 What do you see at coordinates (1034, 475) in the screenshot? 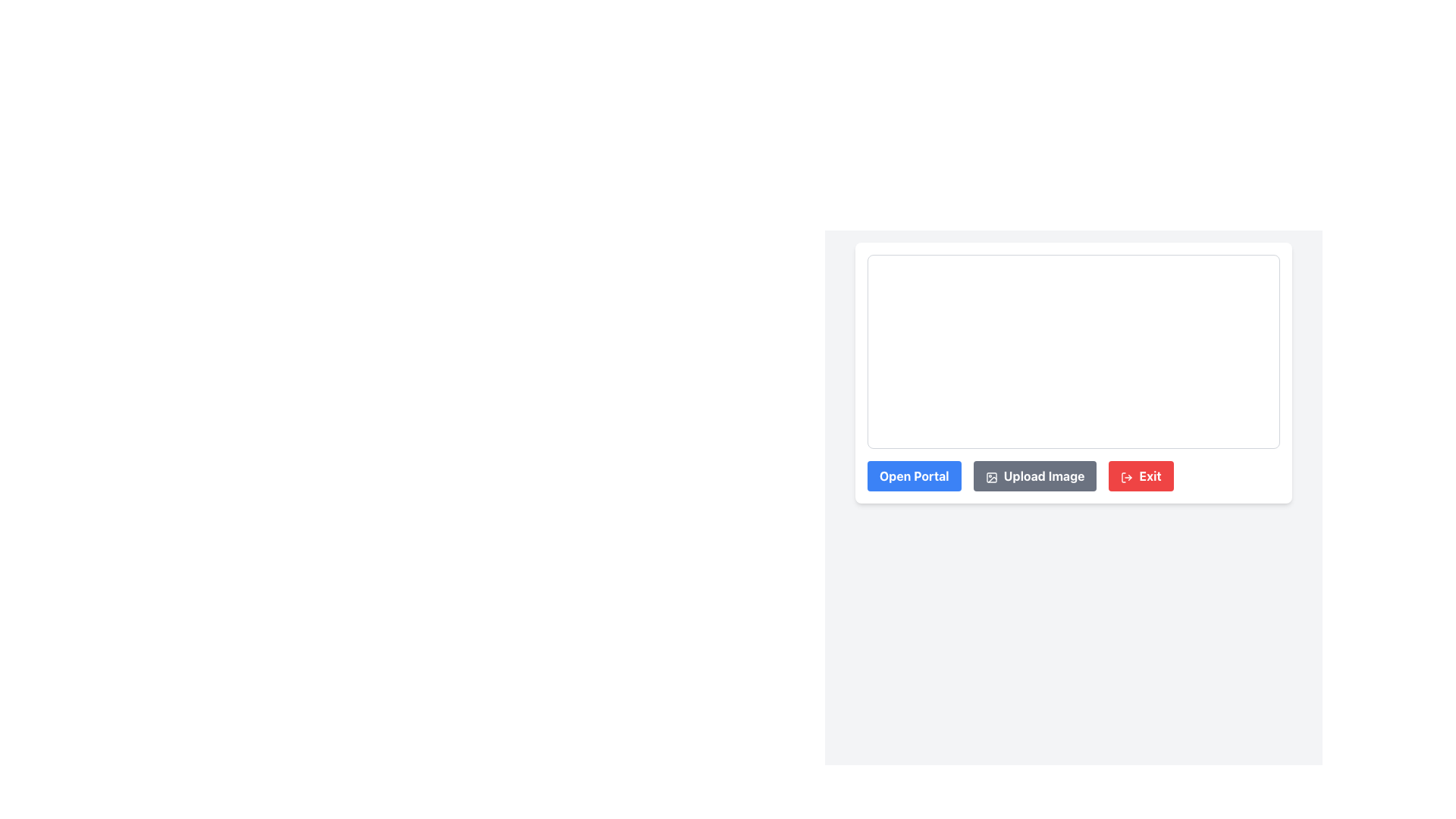
I see `the 'Upload Image' button, which is a rectangular button with a gray background and white bold text, located between the 'Open Portal' and 'Exit' buttons` at bounding box center [1034, 475].